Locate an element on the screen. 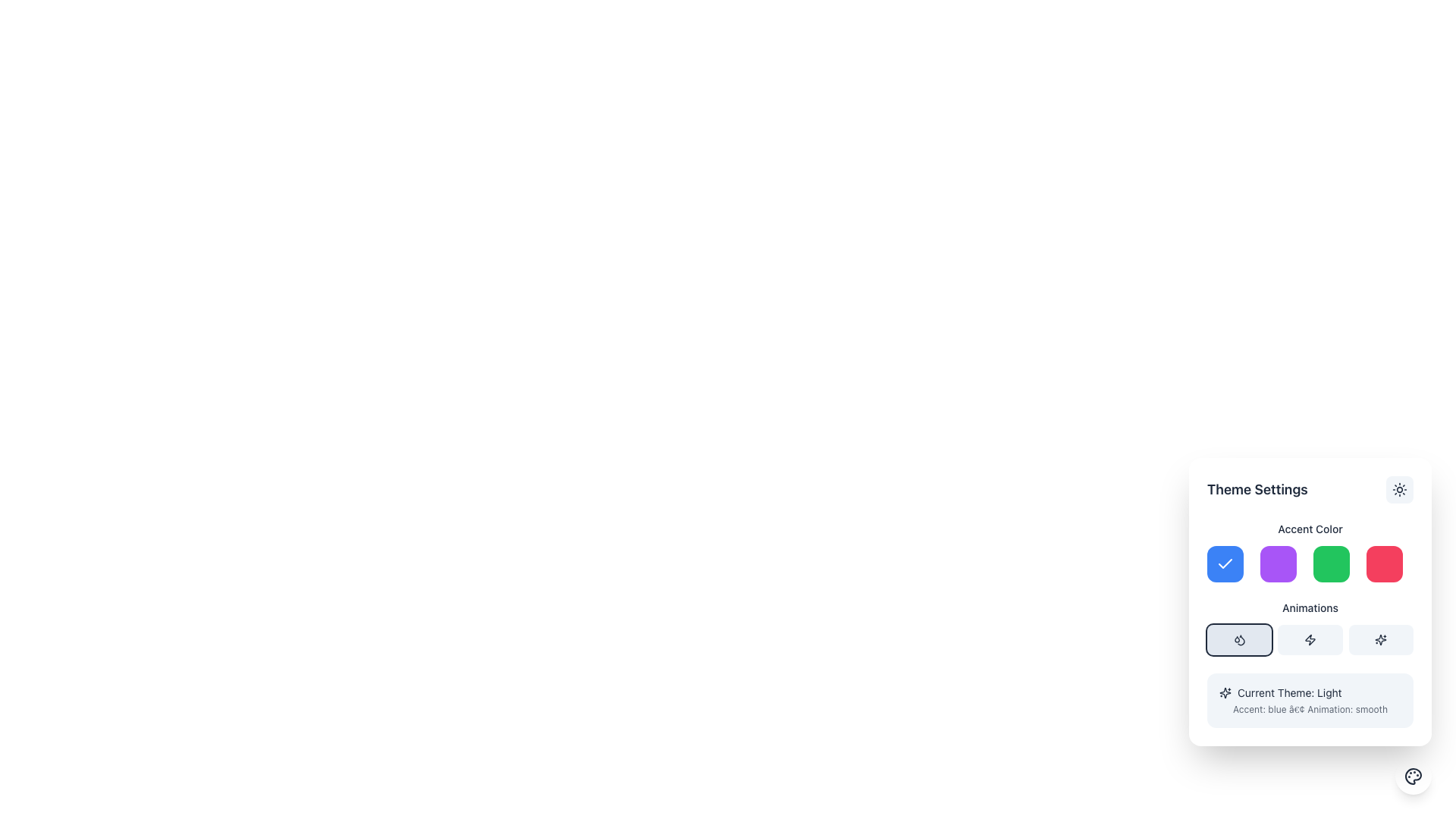 This screenshot has width=1456, height=819. the static informational label displaying 'Current Theme: Light' with an accompanying small sparkling icon, located in the 'Theme Settings' panel, below 'Accent Color' and 'Animations' is located at coordinates (1310, 693).